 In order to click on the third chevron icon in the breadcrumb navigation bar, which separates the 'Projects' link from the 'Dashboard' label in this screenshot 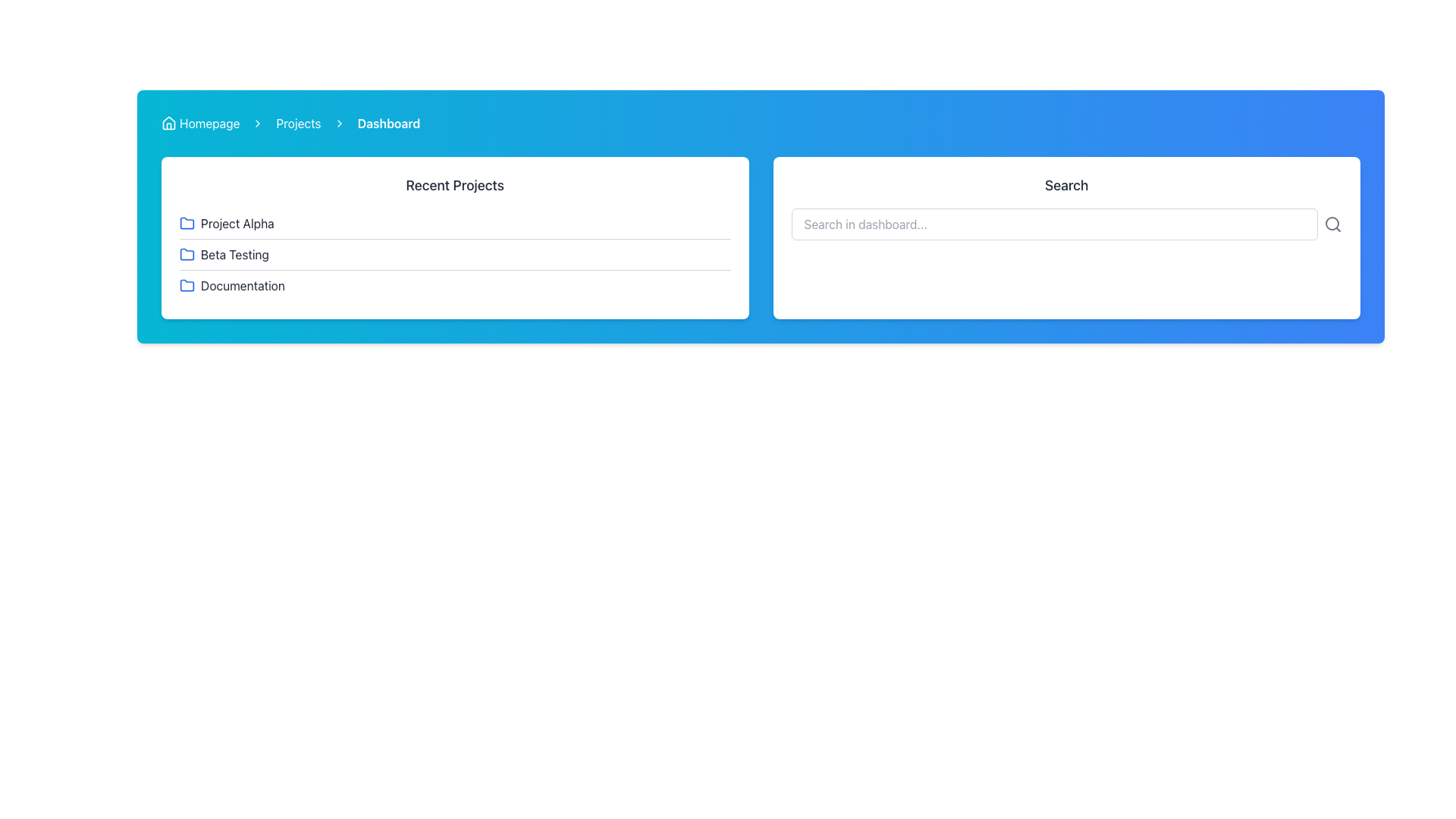, I will do `click(338, 122)`.